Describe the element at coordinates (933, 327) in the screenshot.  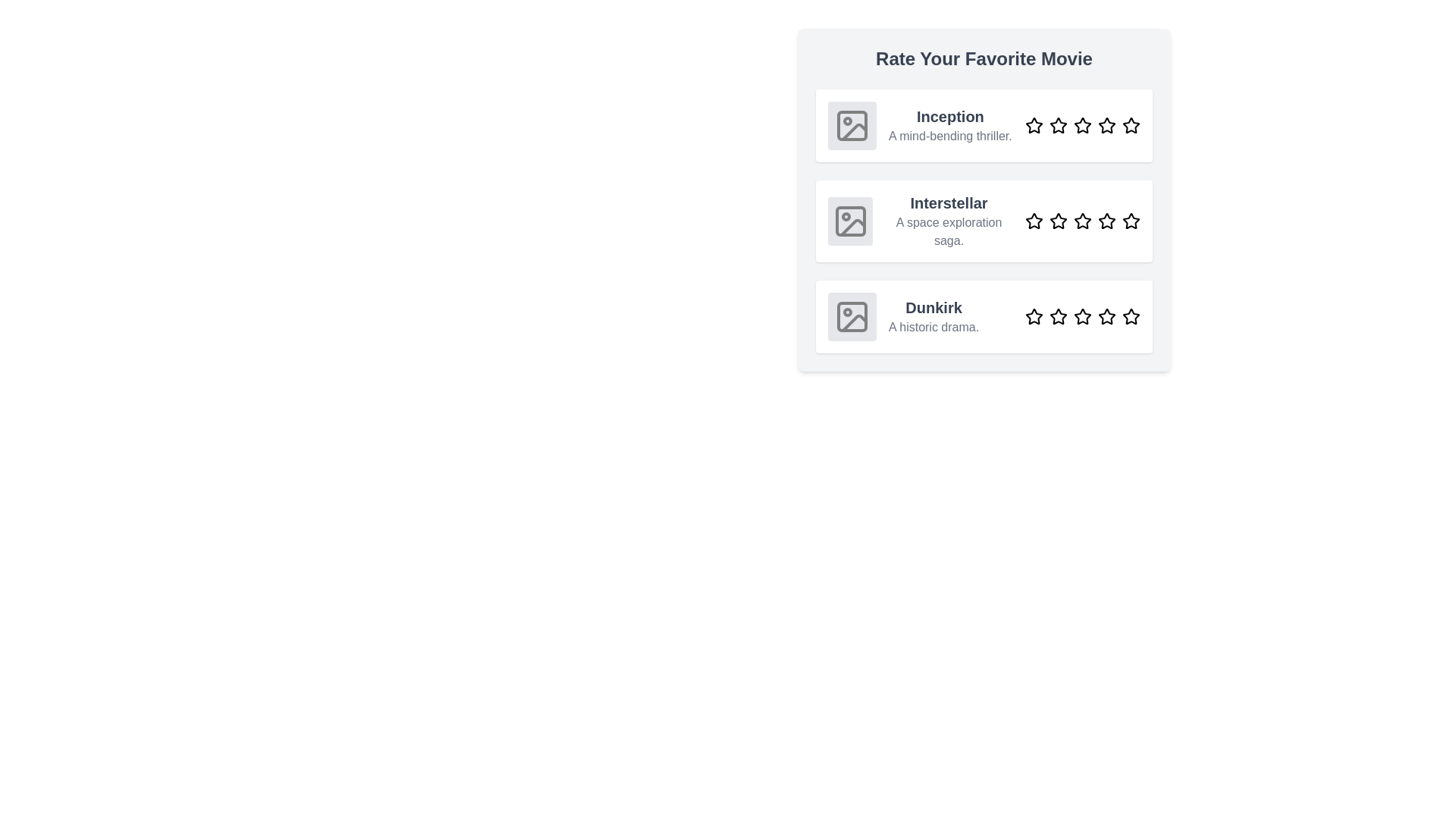
I see `the text label displaying 'A historic drama.' located below the title 'Dunkirk'` at that location.